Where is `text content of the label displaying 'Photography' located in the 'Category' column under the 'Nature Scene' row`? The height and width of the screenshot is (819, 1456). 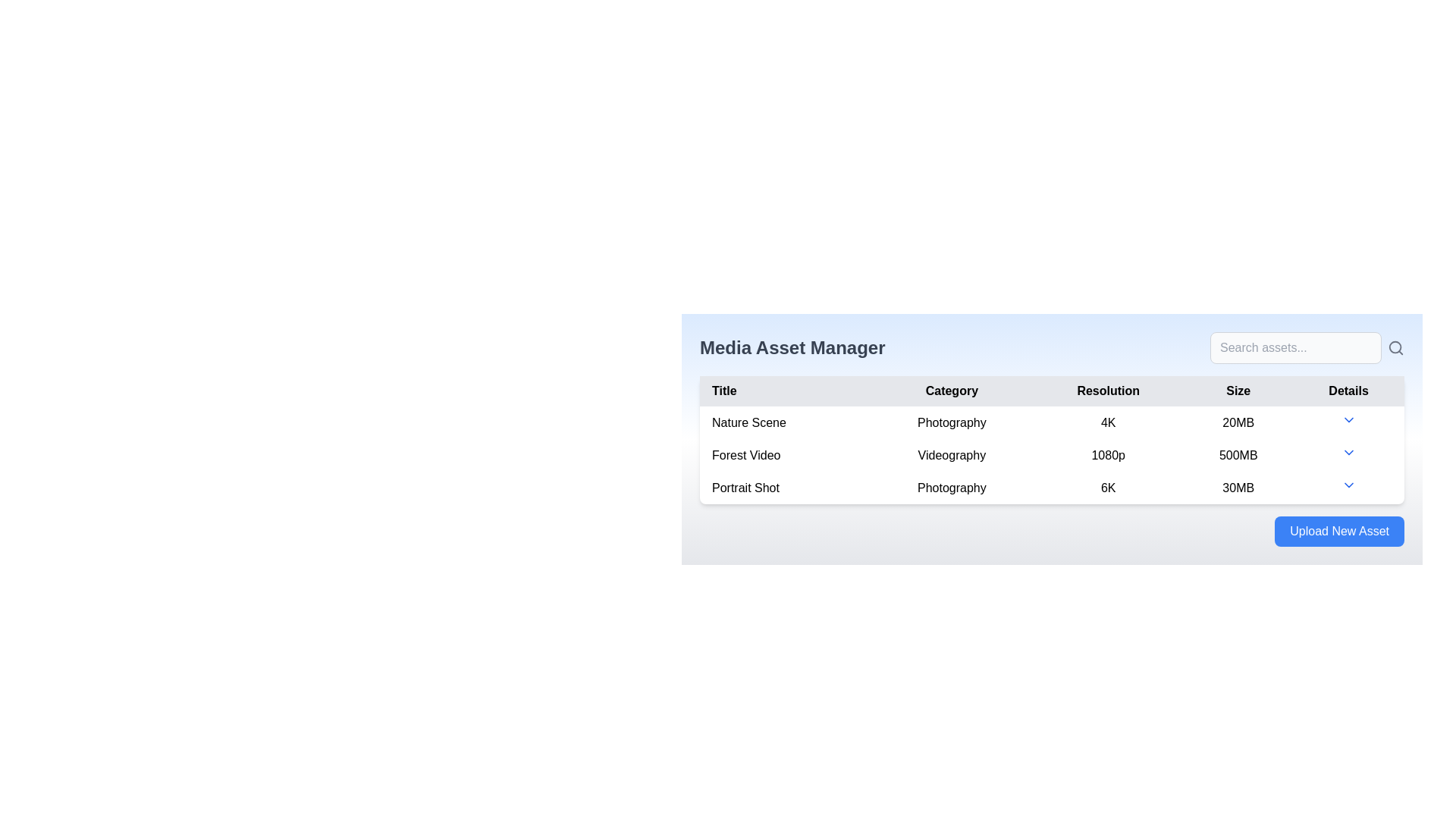 text content of the label displaying 'Photography' located in the 'Category' column under the 'Nature Scene' row is located at coordinates (951, 422).